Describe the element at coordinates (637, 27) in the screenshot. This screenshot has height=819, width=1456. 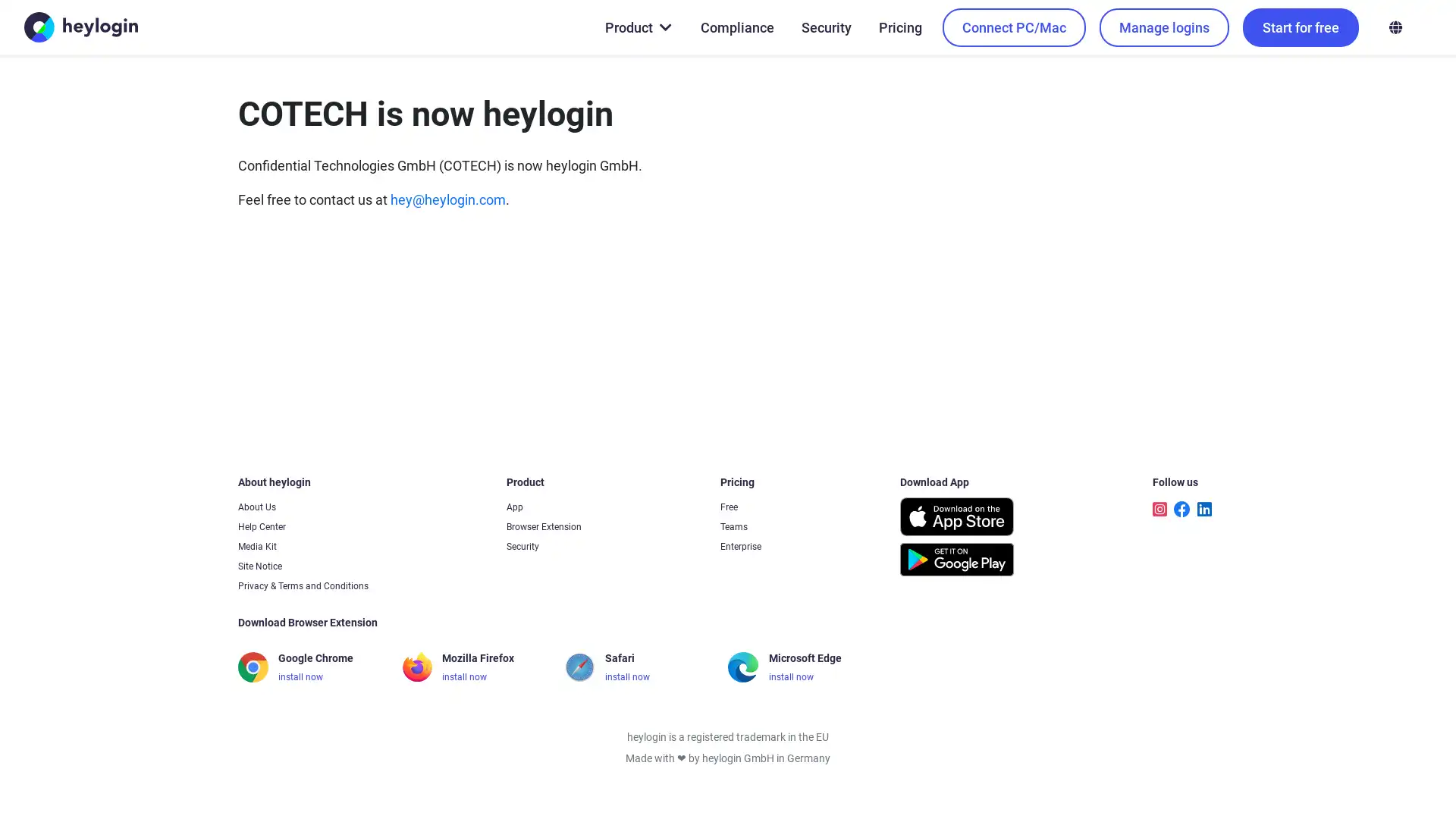
I see `Product` at that location.